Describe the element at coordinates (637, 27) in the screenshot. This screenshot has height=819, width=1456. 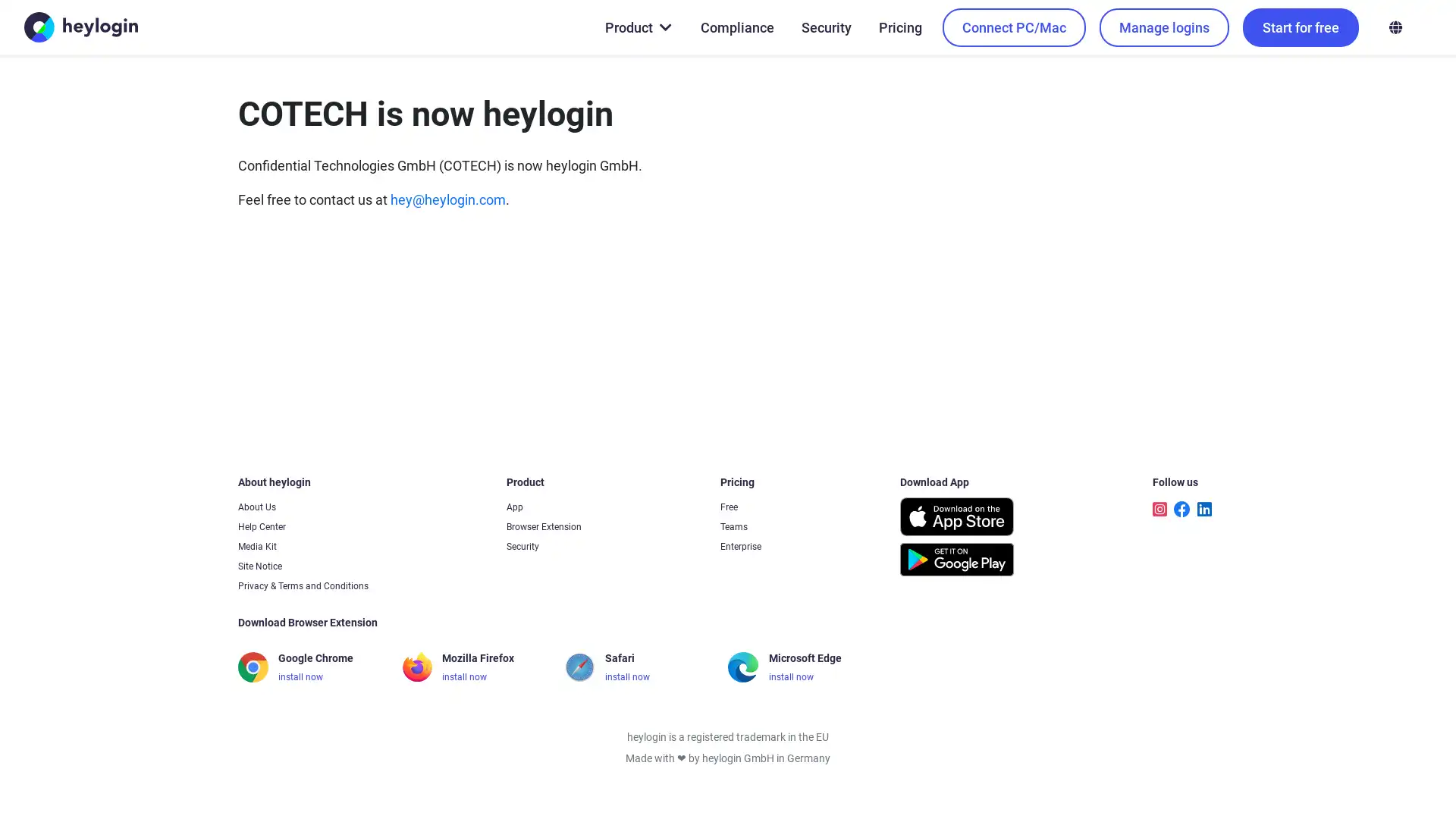
I see `Product` at that location.